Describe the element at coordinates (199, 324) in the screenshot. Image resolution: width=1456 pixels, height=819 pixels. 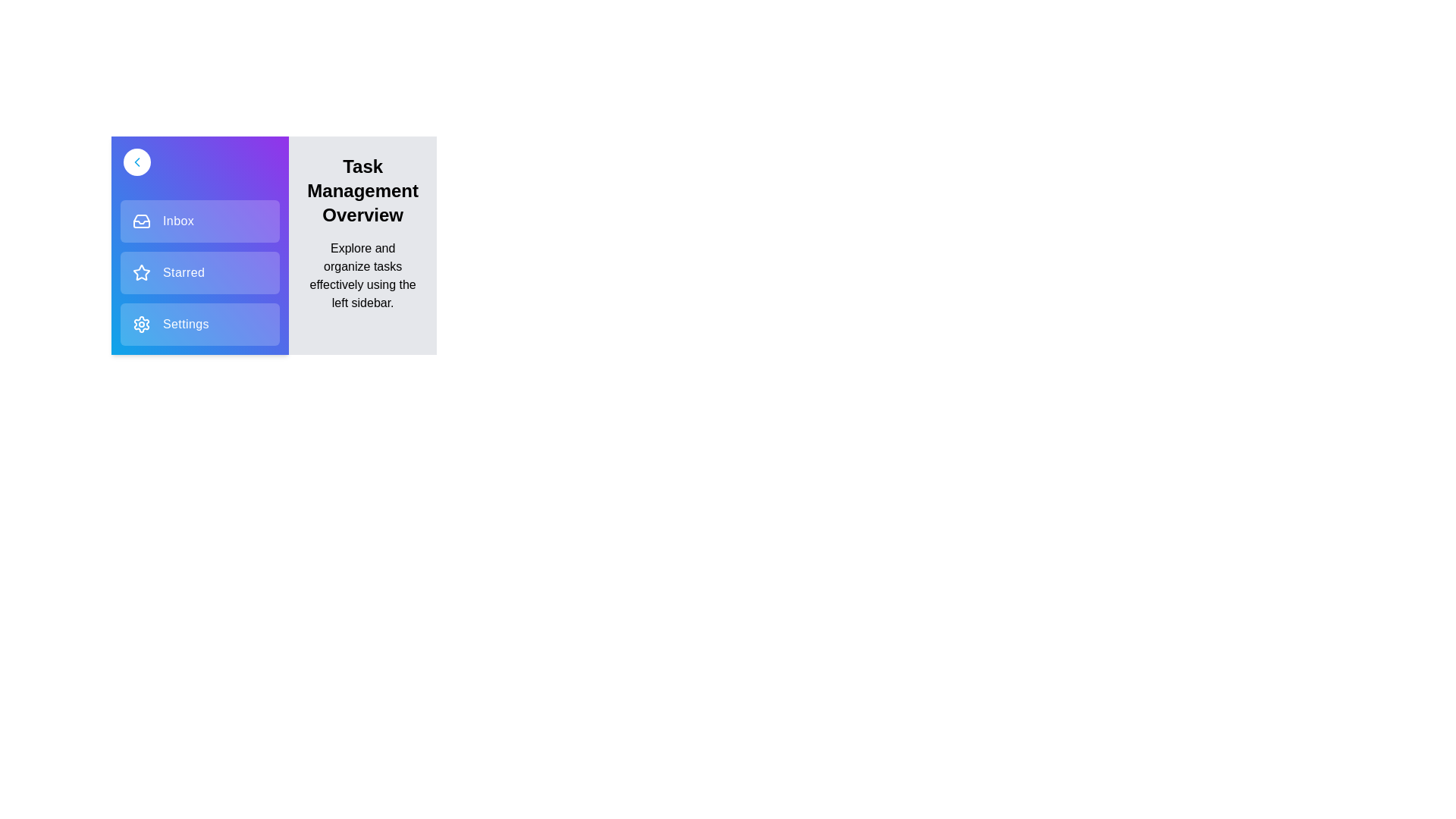
I see `the 'Settings' item in the sidebar to navigate to the settings page` at that location.